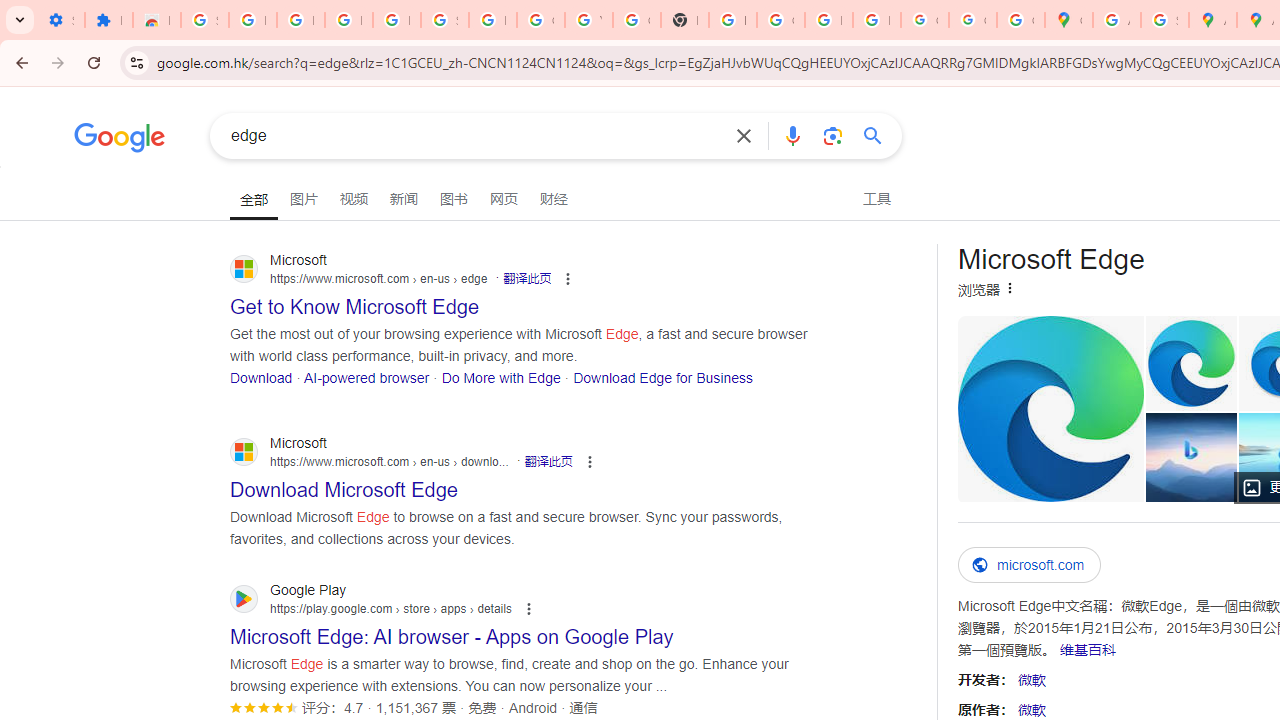  I want to click on 'Download', so click(260, 377).